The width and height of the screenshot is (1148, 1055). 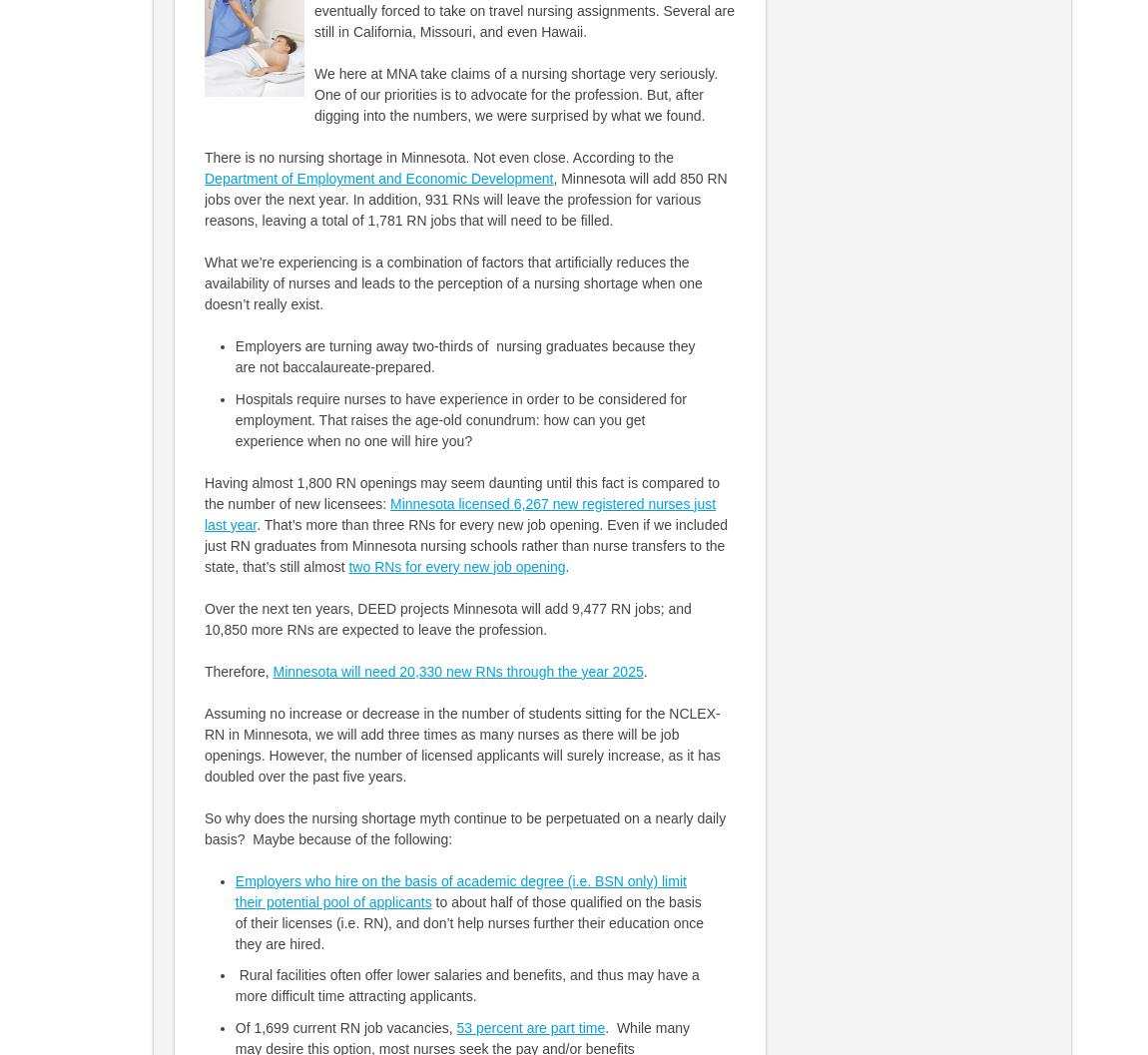 I want to click on ', Minnesota will add 850 RN jobs over the next year. In addition, 931 RNs will leave the profession for various reasons, leaving a total of 1,781 RN jobs that will need to be filled.', so click(x=465, y=199).